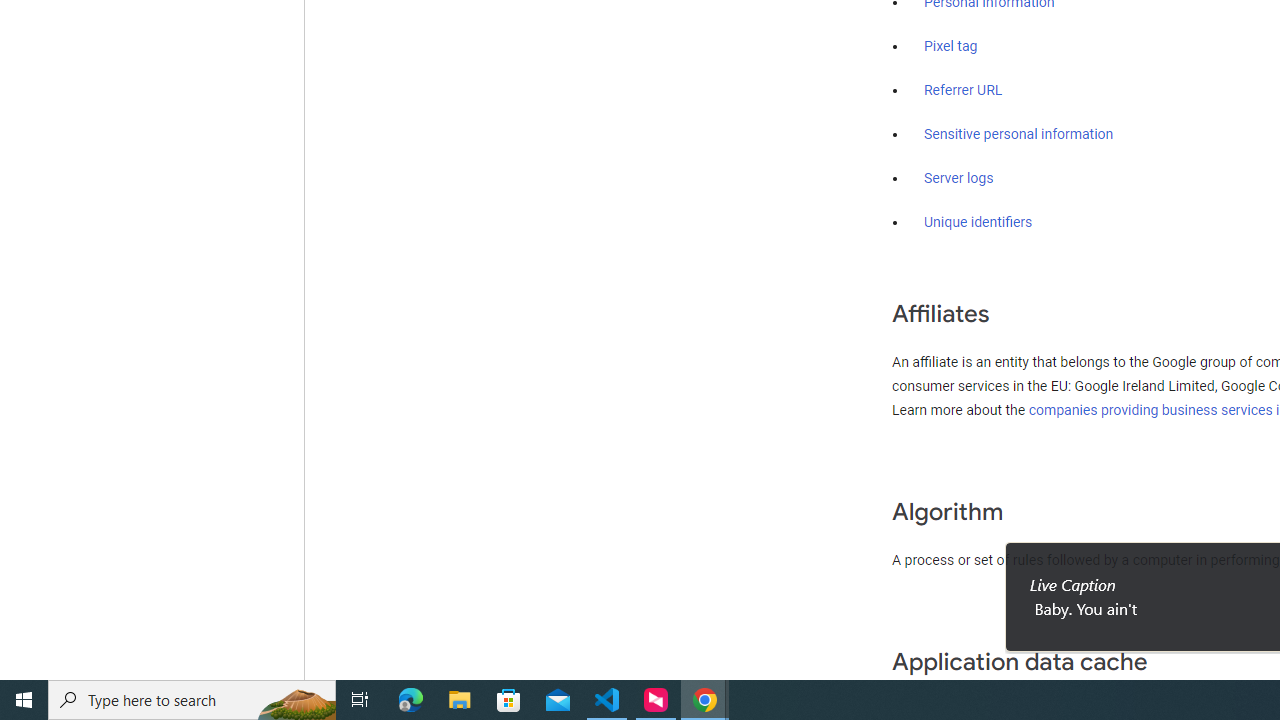  Describe the element at coordinates (950, 46) in the screenshot. I see `'Pixel tag'` at that location.